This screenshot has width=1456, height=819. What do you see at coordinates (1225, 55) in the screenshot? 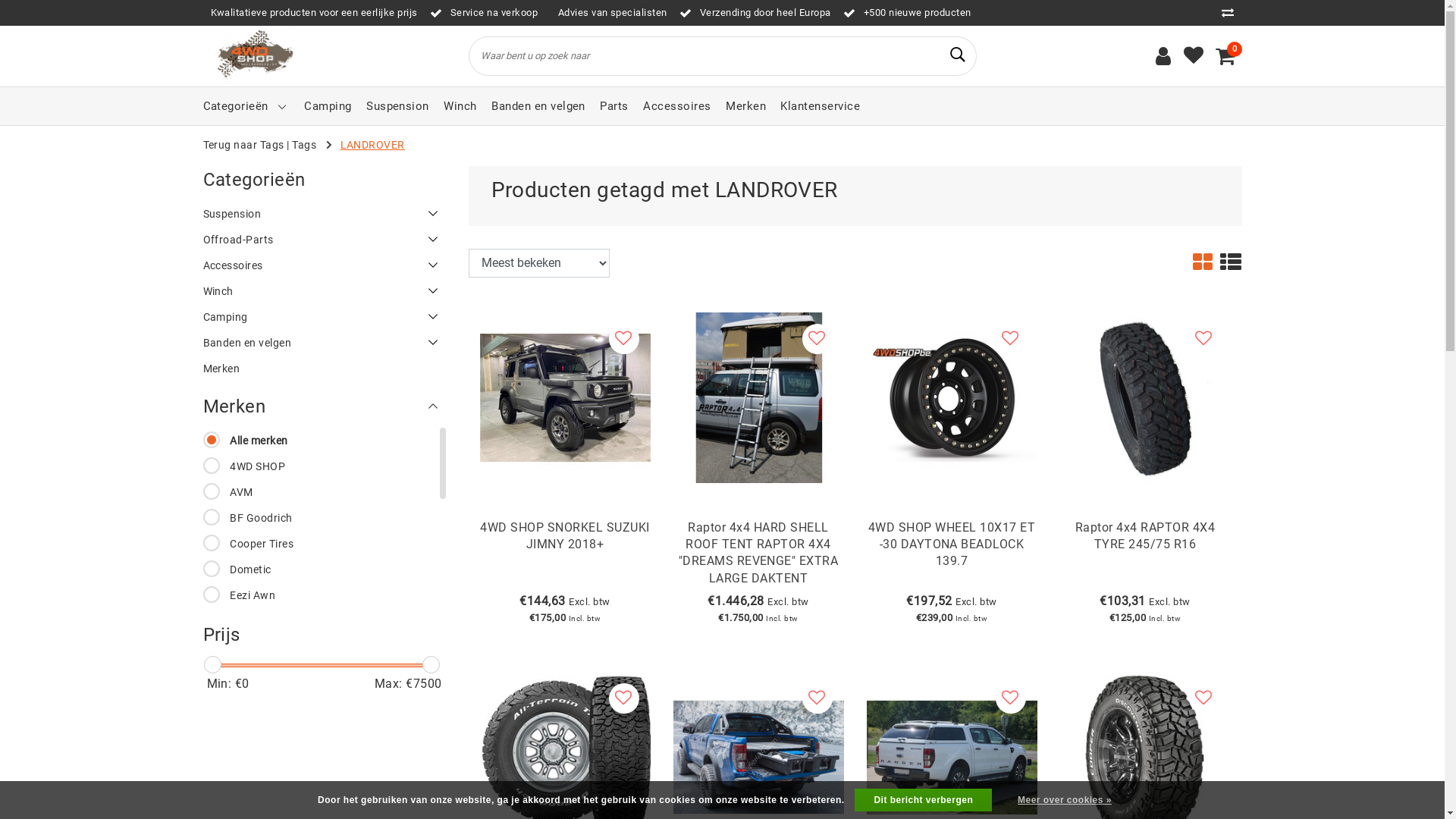
I see `'0'` at bounding box center [1225, 55].